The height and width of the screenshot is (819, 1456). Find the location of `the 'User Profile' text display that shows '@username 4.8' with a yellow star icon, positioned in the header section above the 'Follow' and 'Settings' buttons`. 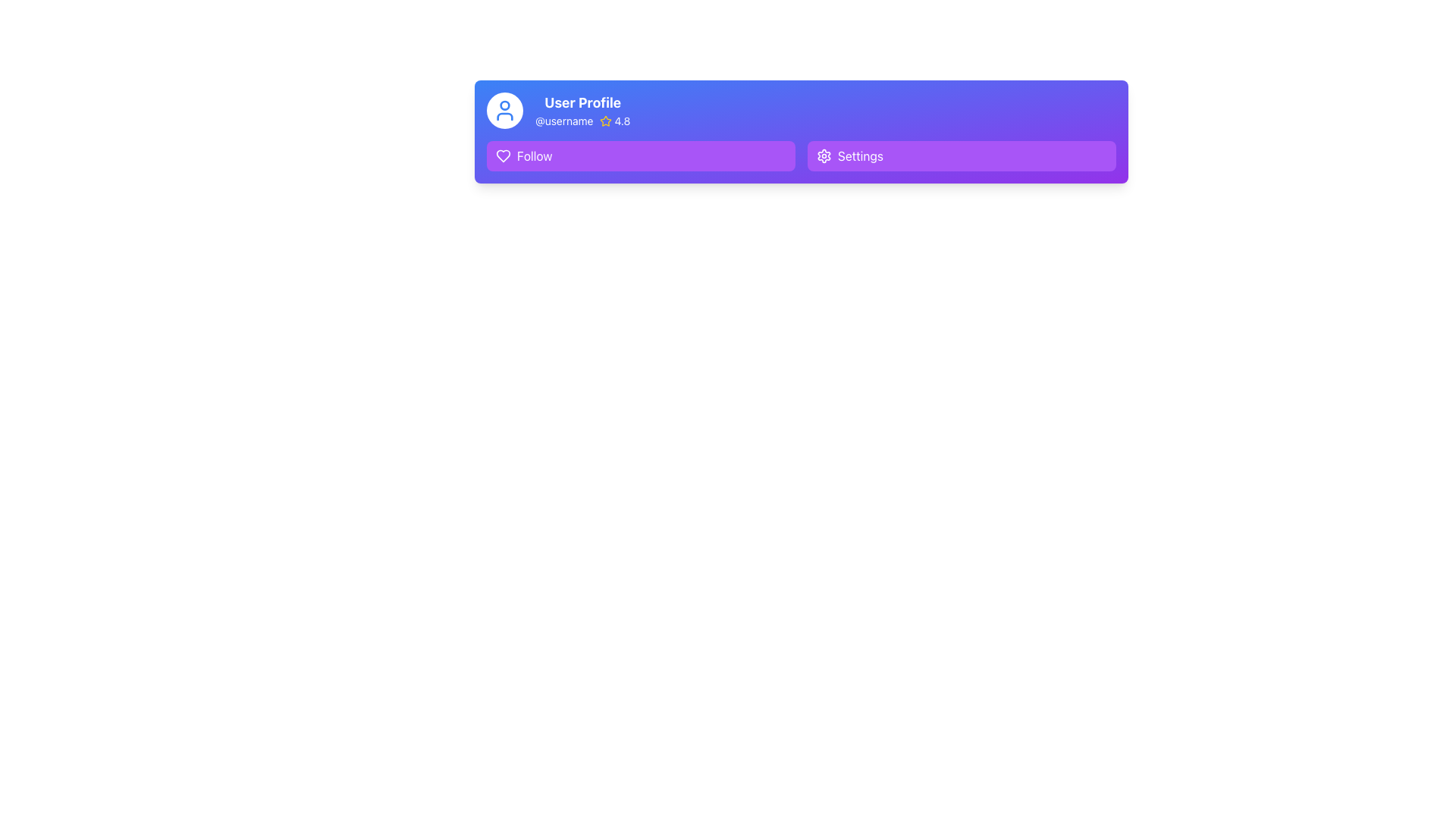

the 'User Profile' text display that shows '@username 4.8' with a yellow star icon, positioned in the header section above the 'Follow' and 'Settings' buttons is located at coordinates (582, 110).